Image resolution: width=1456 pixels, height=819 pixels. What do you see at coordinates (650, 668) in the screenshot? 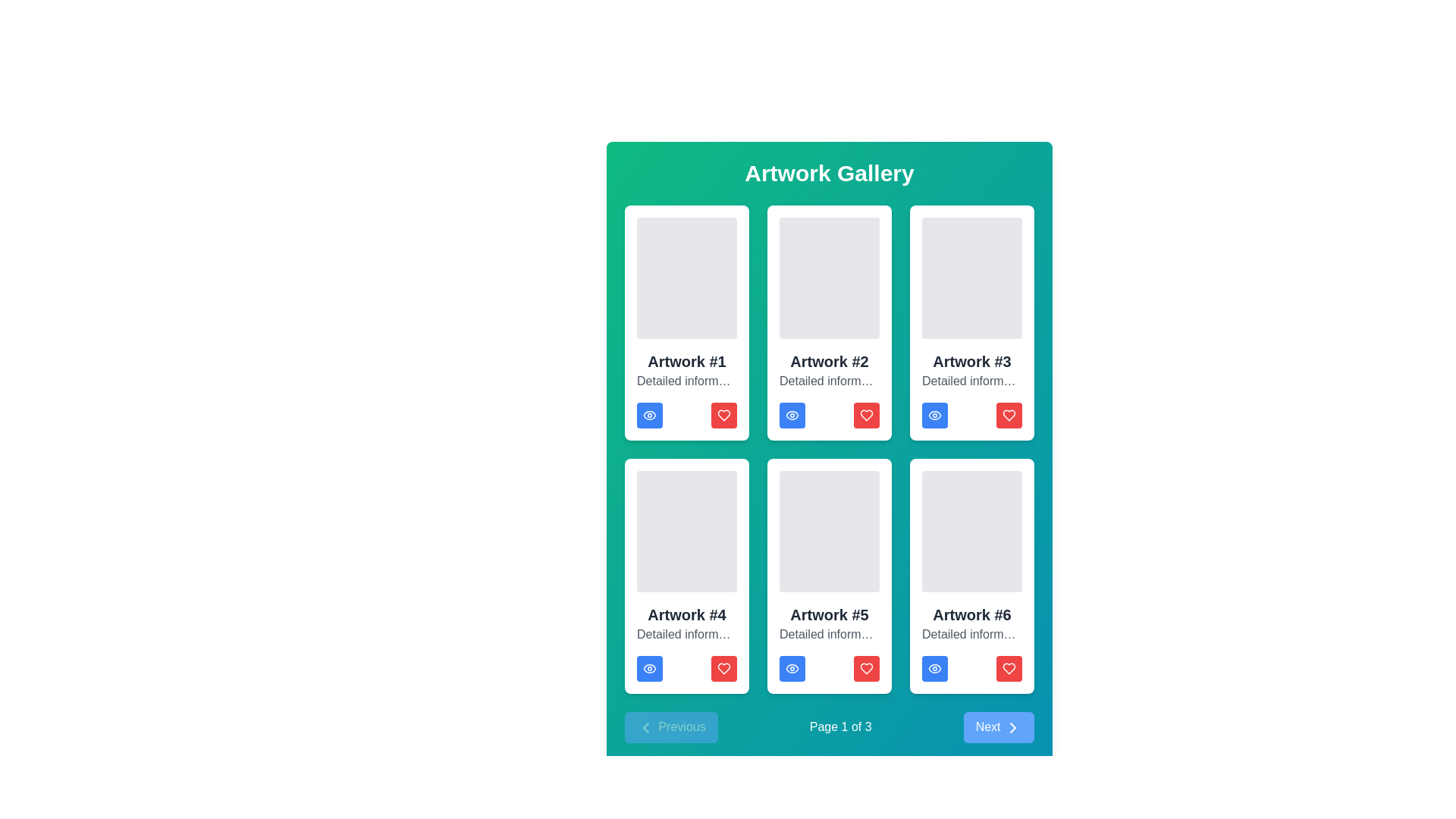
I see `the eye icon embedded within the interactive button located at the bottom-left of the 'Artwork #4' card to observe any tooltip or effect` at bounding box center [650, 668].